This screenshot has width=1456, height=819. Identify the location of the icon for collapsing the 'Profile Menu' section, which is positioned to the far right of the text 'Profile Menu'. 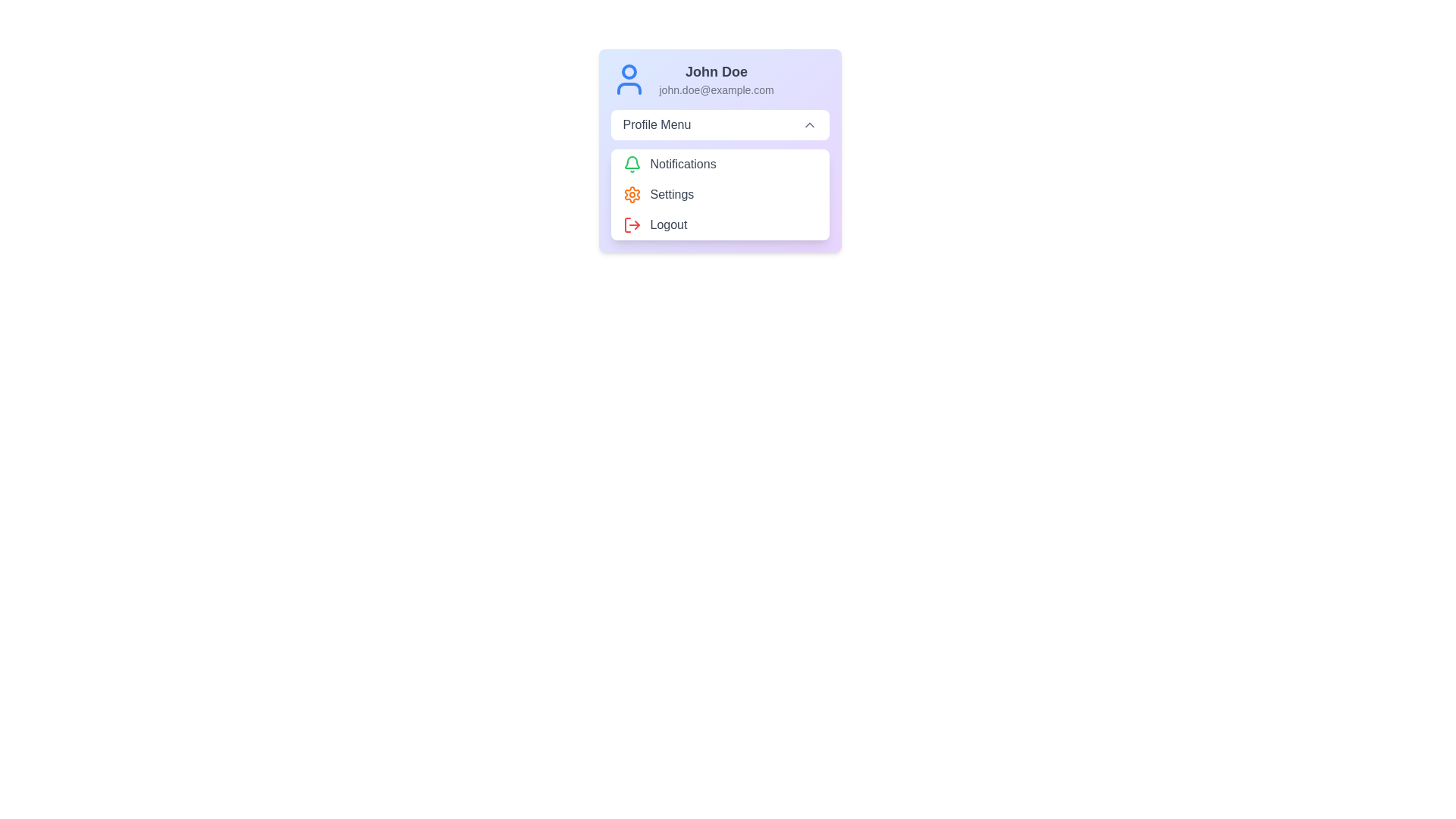
(808, 124).